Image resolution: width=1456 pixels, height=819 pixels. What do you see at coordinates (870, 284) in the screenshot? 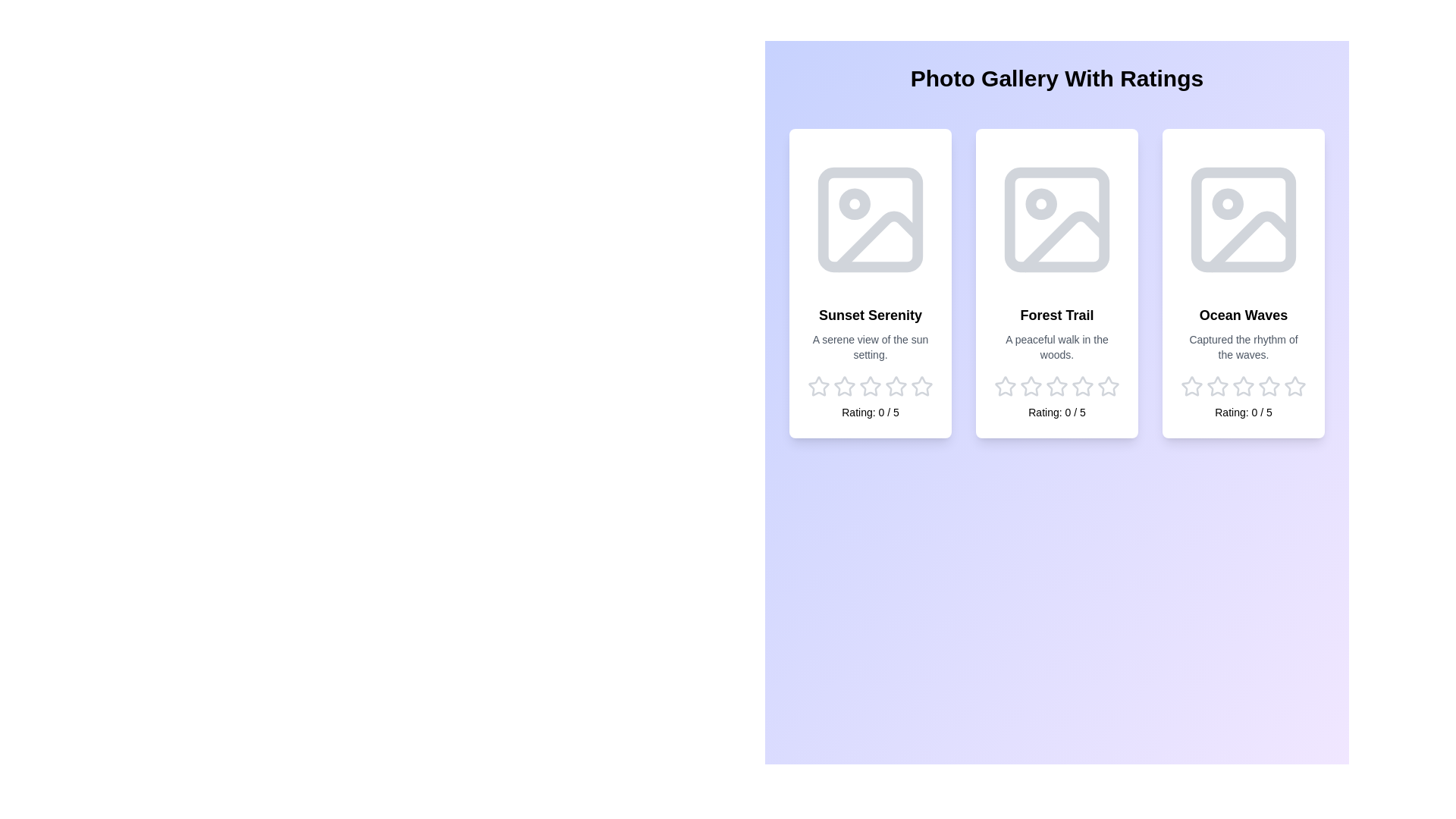
I see `the image card for Sunset Serenity` at bounding box center [870, 284].